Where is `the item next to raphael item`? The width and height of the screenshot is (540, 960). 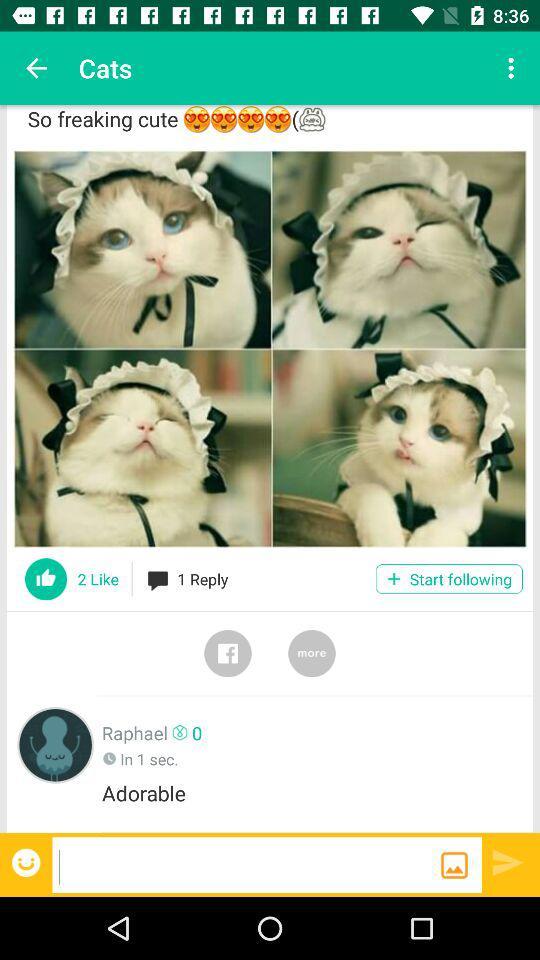
the item next to raphael item is located at coordinates (55, 744).